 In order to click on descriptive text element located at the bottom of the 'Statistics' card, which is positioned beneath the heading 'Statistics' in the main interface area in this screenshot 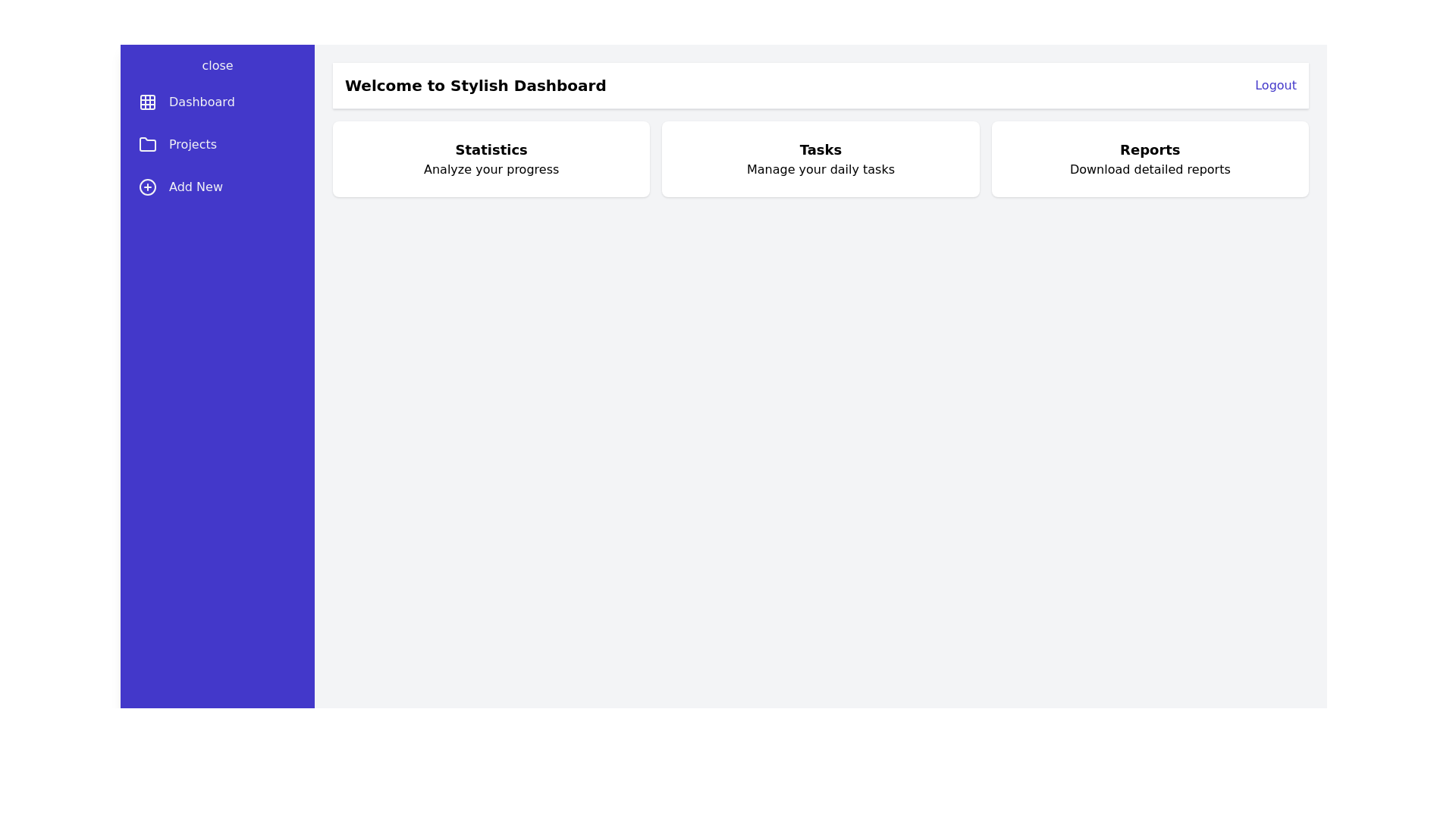, I will do `click(491, 169)`.